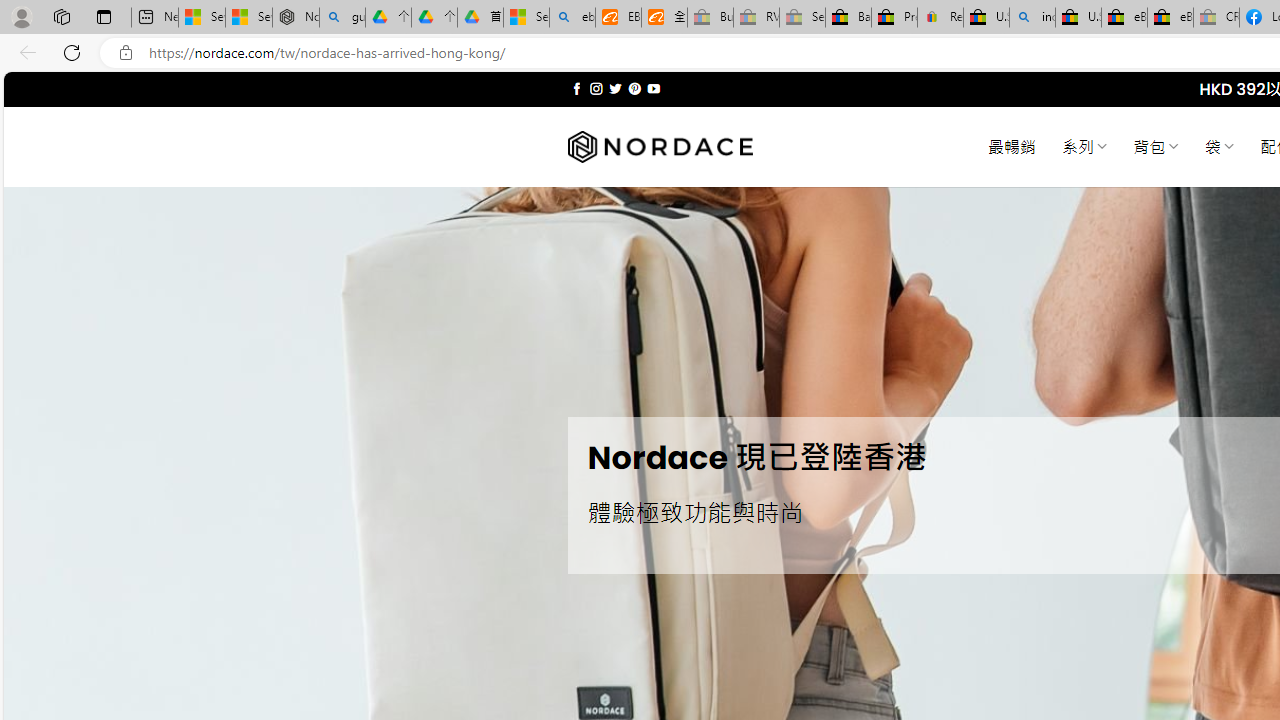 Image resolution: width=1280 pixels, height=720 pixels. I want to click on 'Follow on YouTube', so click(653, 88).